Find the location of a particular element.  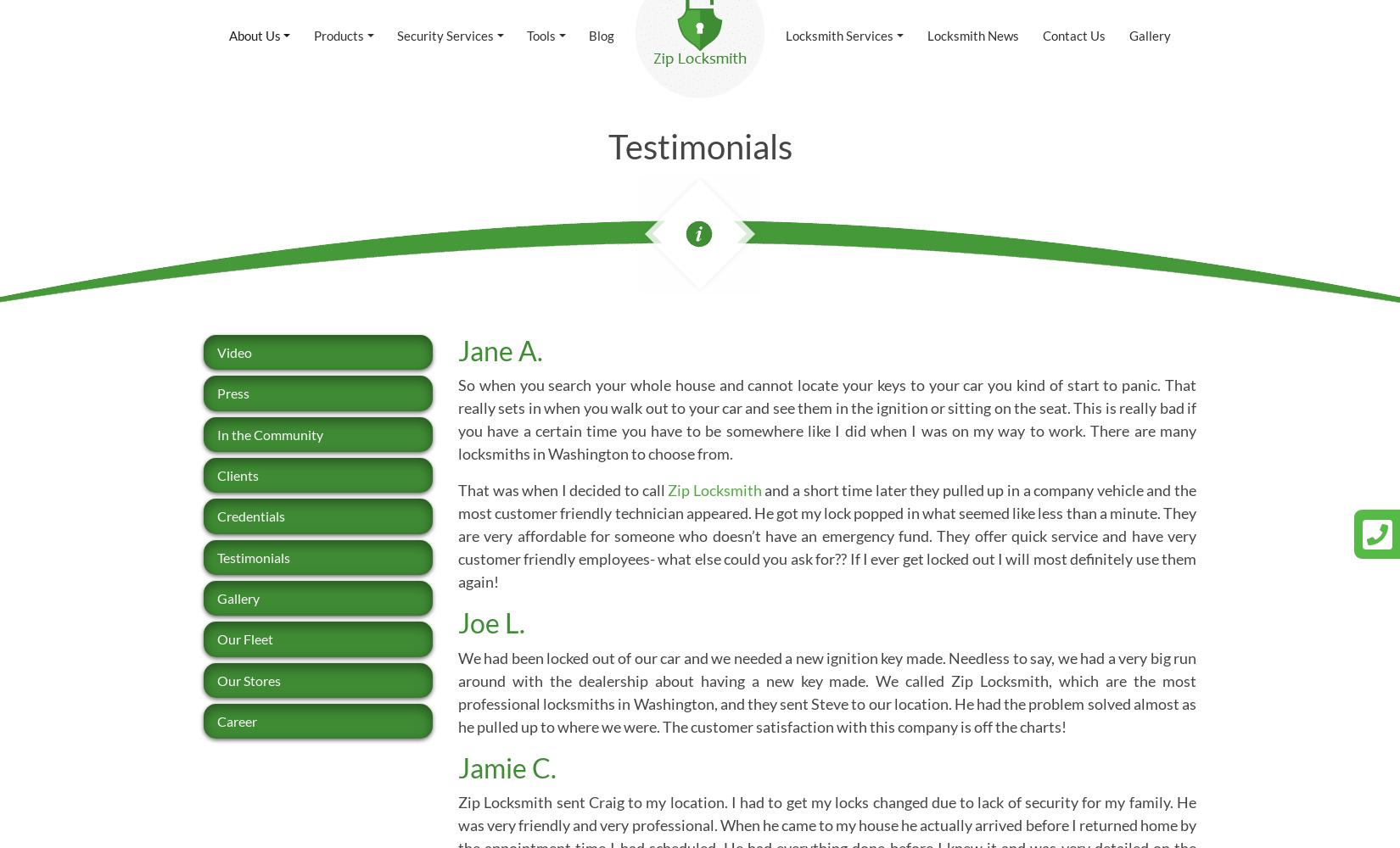

'Press' is located at coordinates (233, 392).